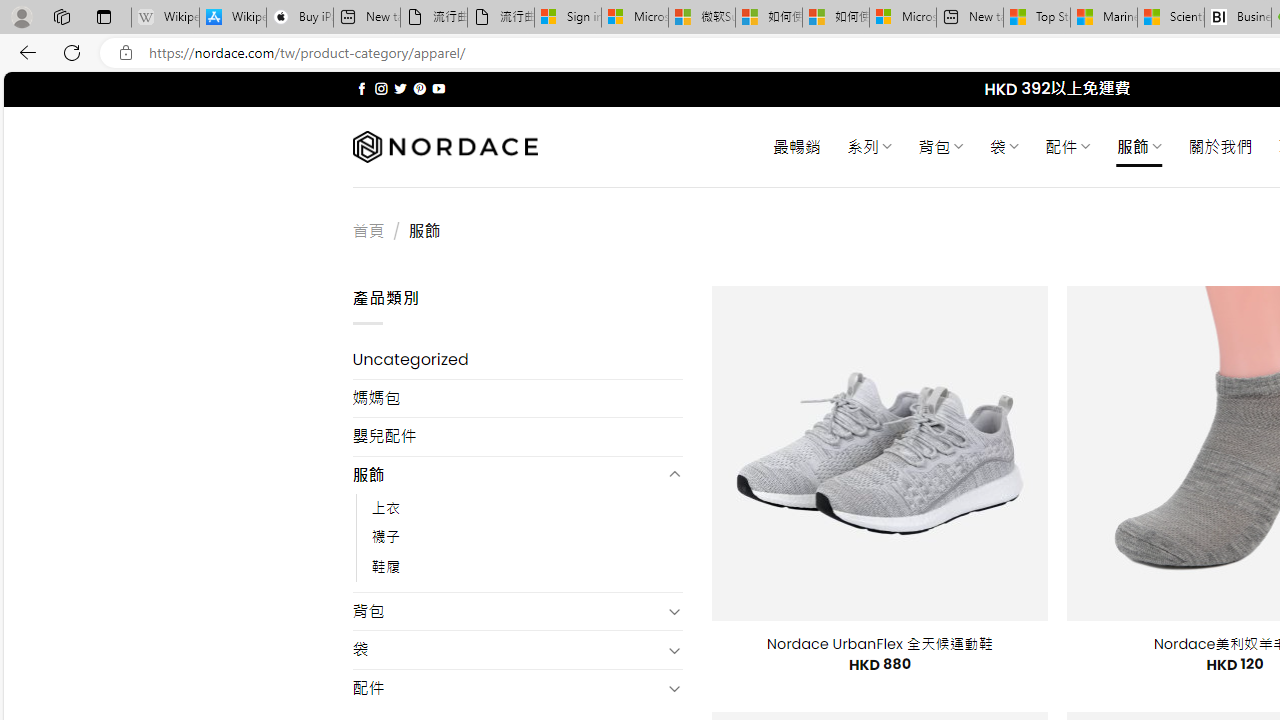 This screenshot has height=720, width=1280. I want to click on 'Uncategorized', so click(517, 360).